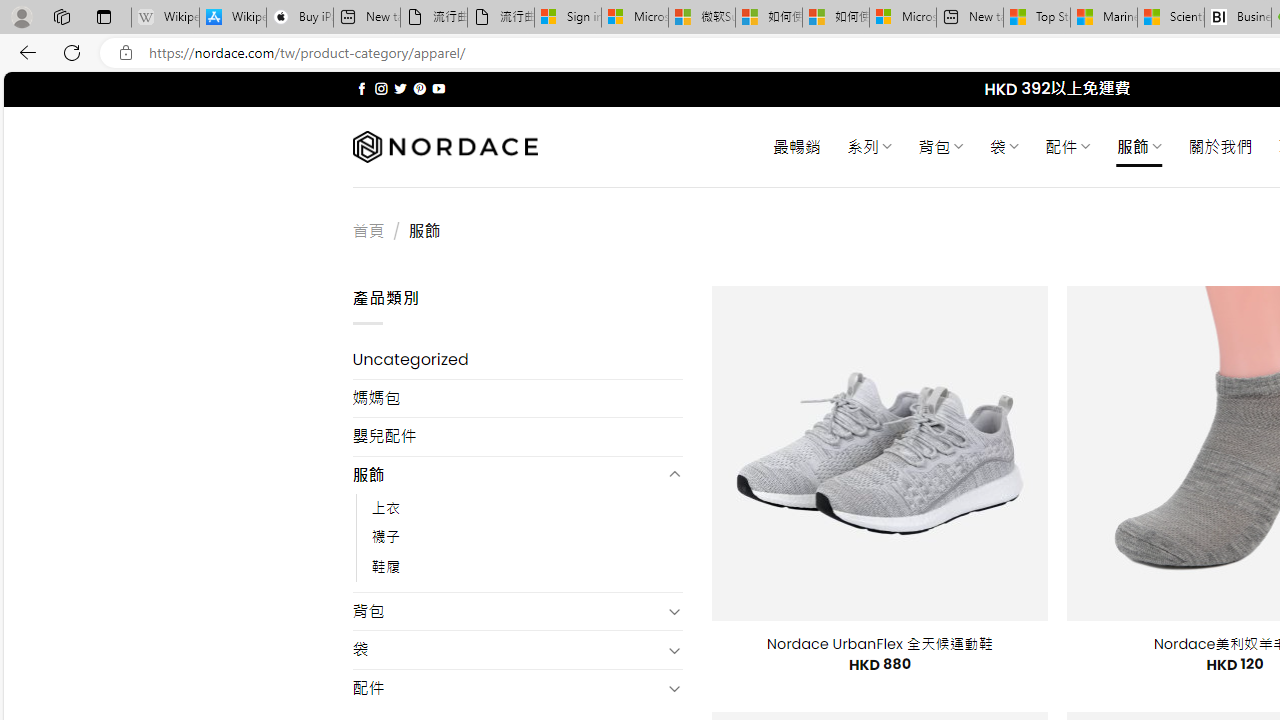 This screenshot has height=720, width=1280. I want to click on 'Uncategorized', so click(517, 360).